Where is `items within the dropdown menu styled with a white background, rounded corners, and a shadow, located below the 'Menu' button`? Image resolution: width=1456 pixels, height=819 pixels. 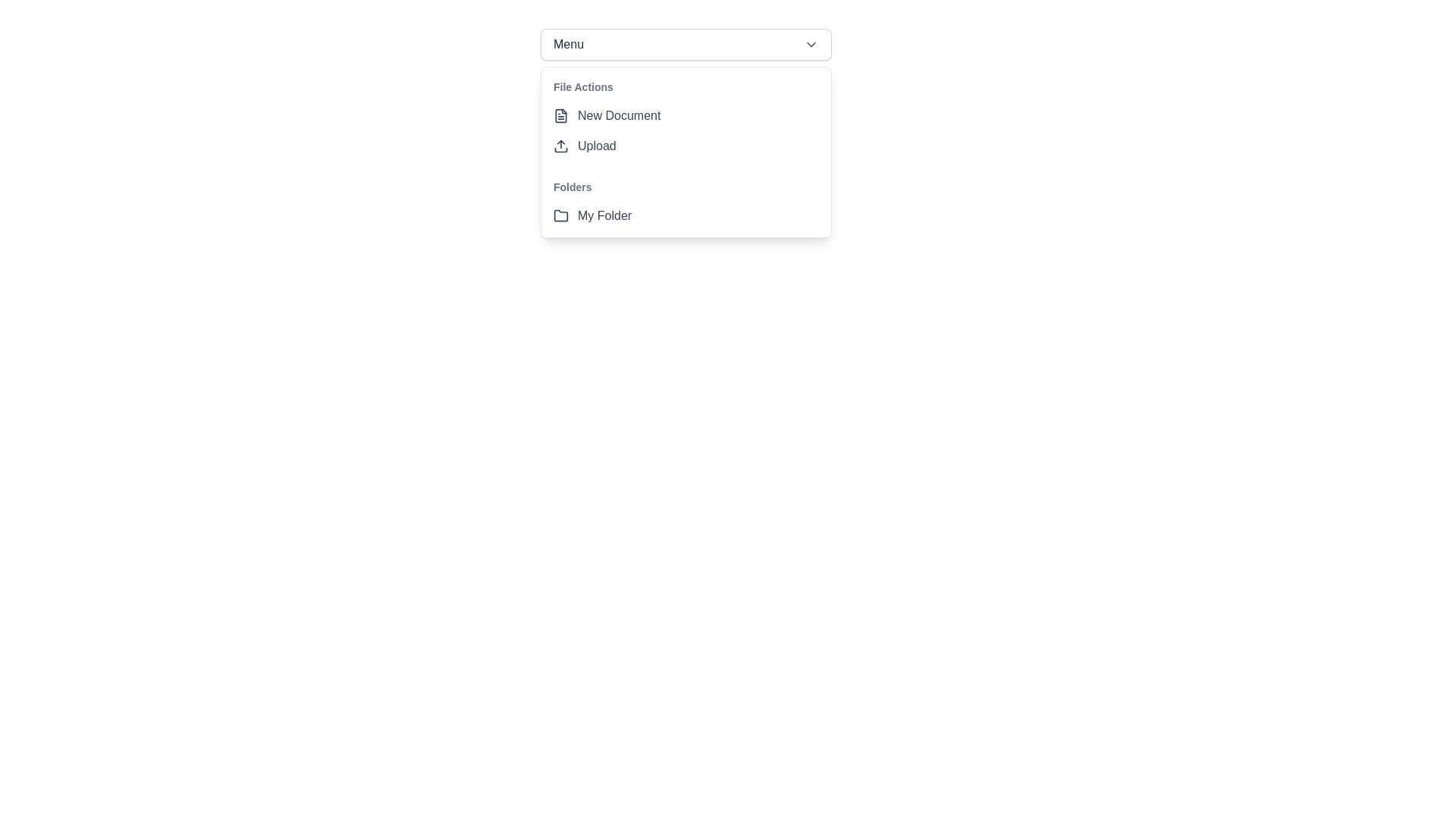 items within the dropdown menu styled with a white background, rounded corners, and a shadow, located below the 'Menu' button is located at coordinates (686, 152).